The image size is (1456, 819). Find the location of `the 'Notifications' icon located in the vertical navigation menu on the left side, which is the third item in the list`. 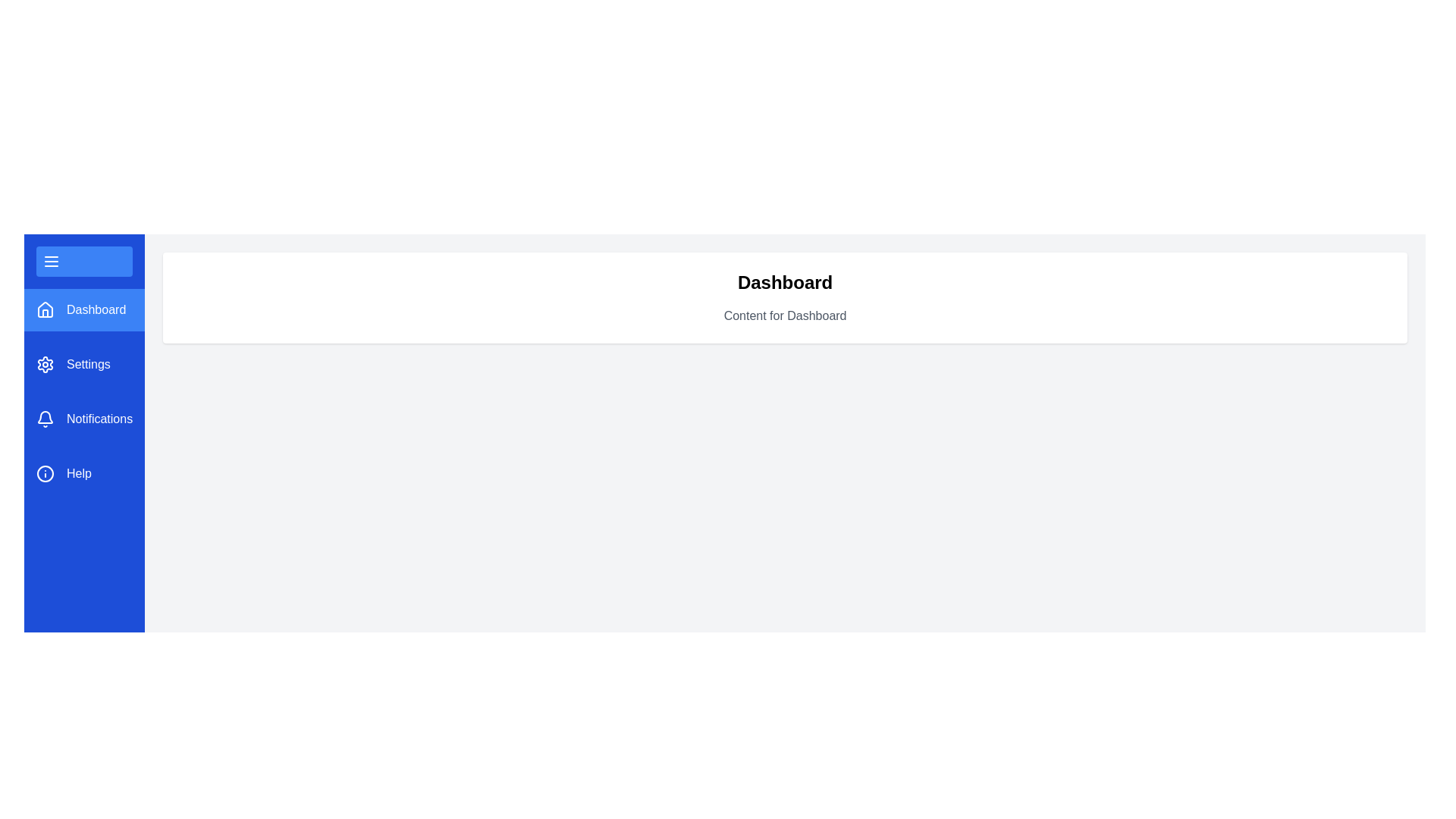

the 'Notifications' icon located in the vertical navigation menu on the left side, which is the third item in the list is located at coordinates (45, 419).